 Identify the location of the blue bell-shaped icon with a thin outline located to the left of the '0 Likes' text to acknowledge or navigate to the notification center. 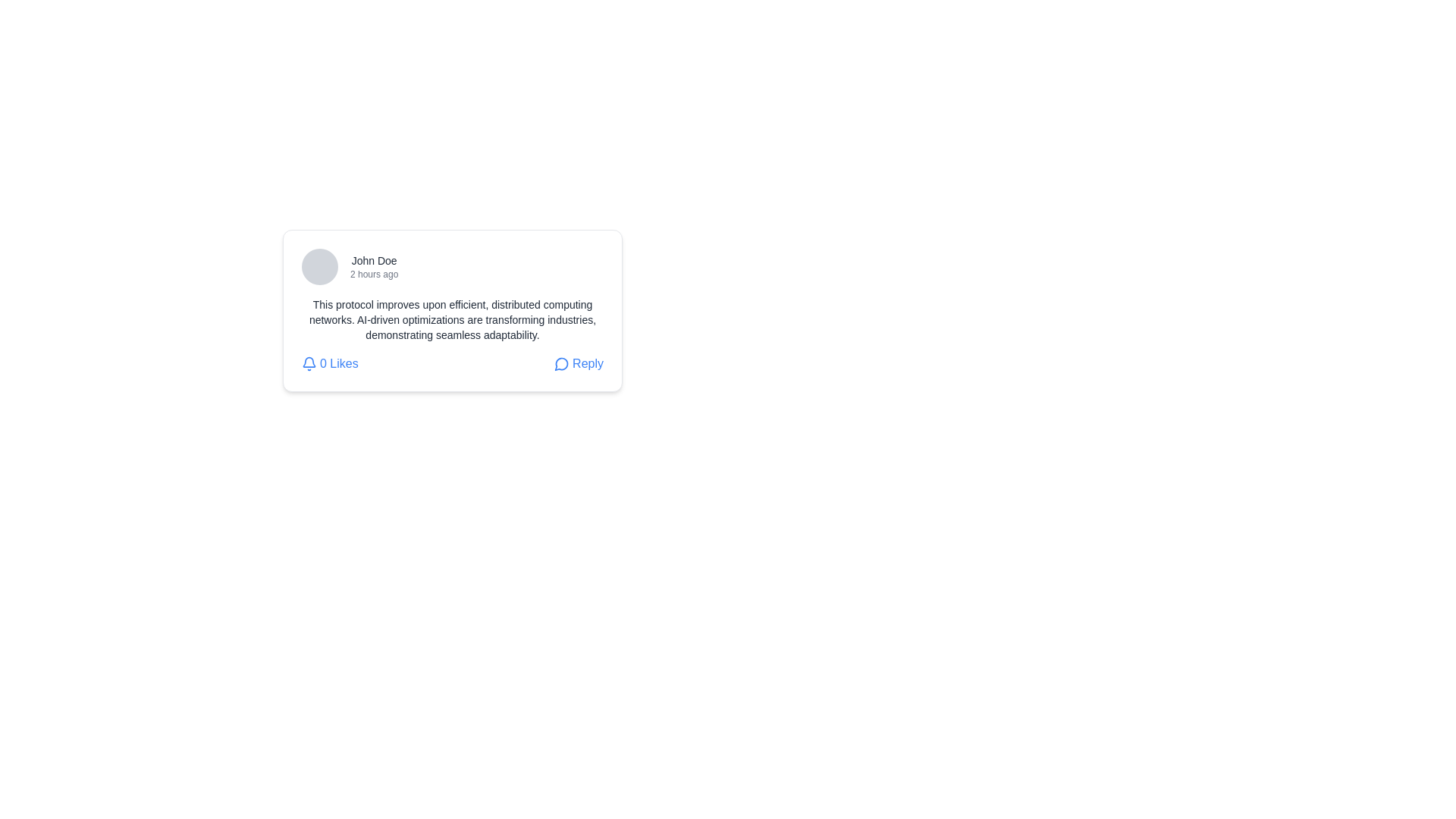
(309, 363).